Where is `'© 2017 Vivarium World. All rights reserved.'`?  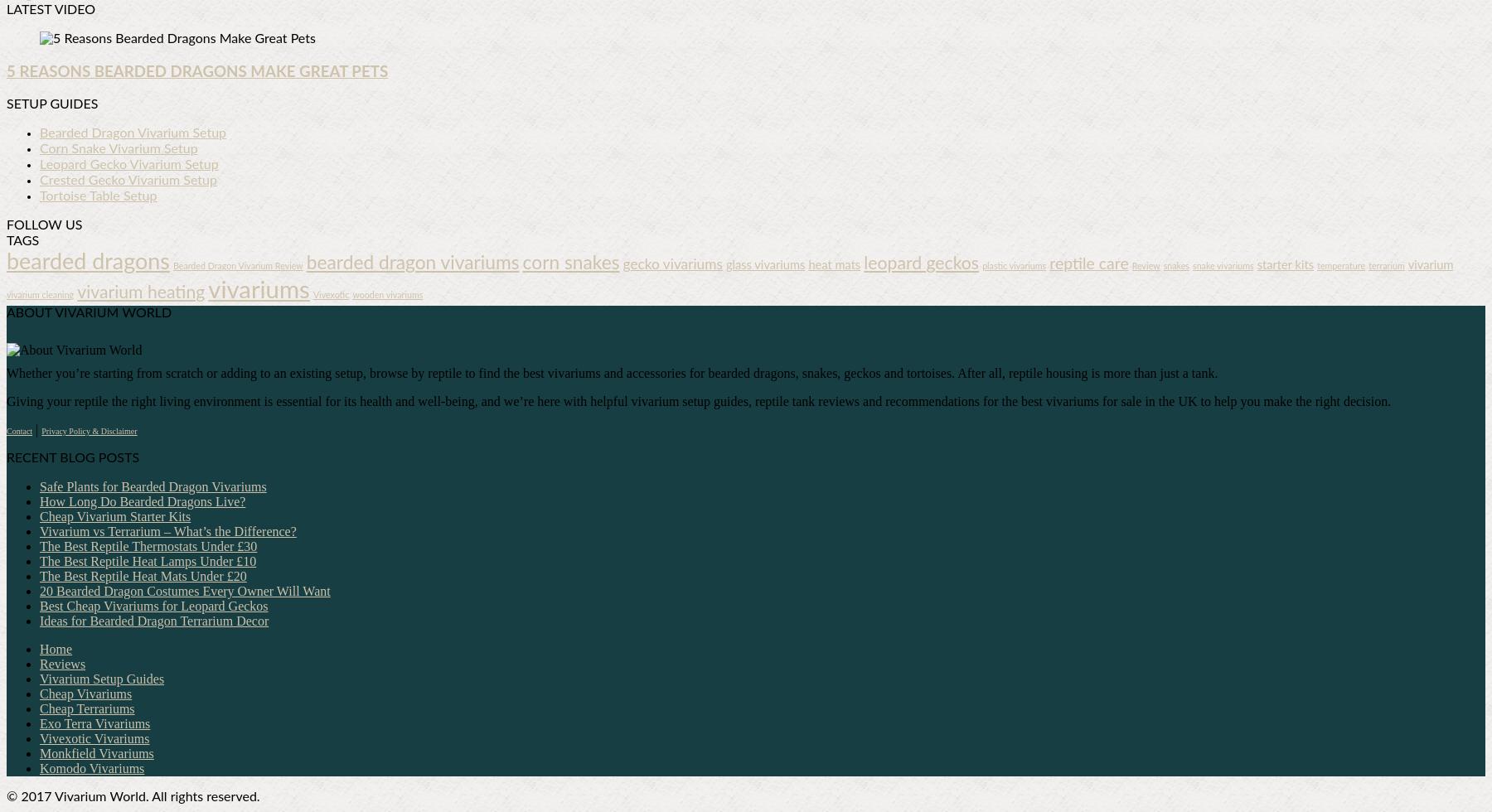 '© 2017 Vivarium World. All rights reserved.' is located at coordinates (133, 796).